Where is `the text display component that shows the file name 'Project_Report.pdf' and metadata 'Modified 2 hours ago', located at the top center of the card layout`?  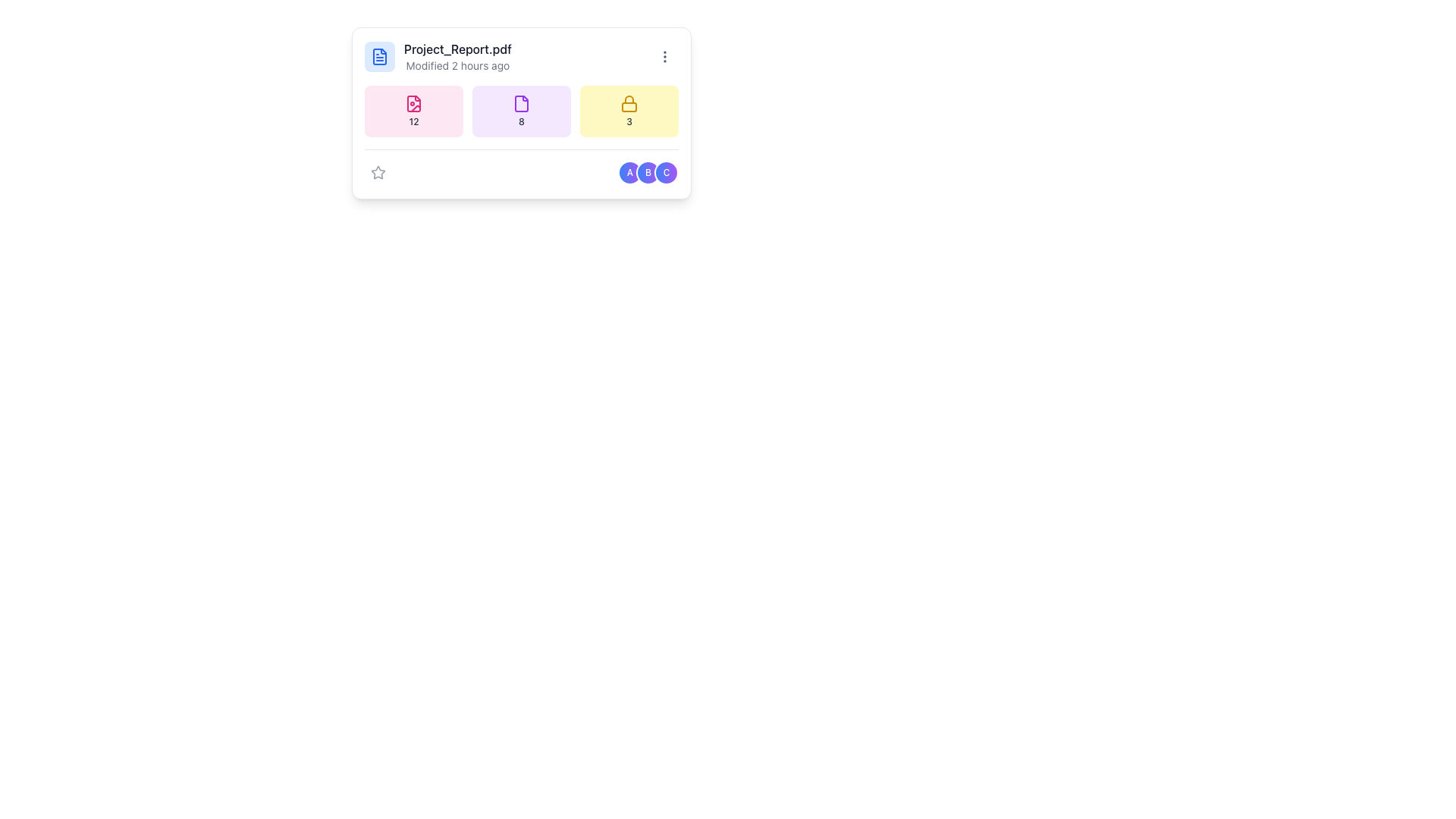
the text display component that shows the file name 'Project_Report.pdf' and metadata 'Modified 2 hours ago', located at the top center of the card layout is located at coordinates (457, 55).